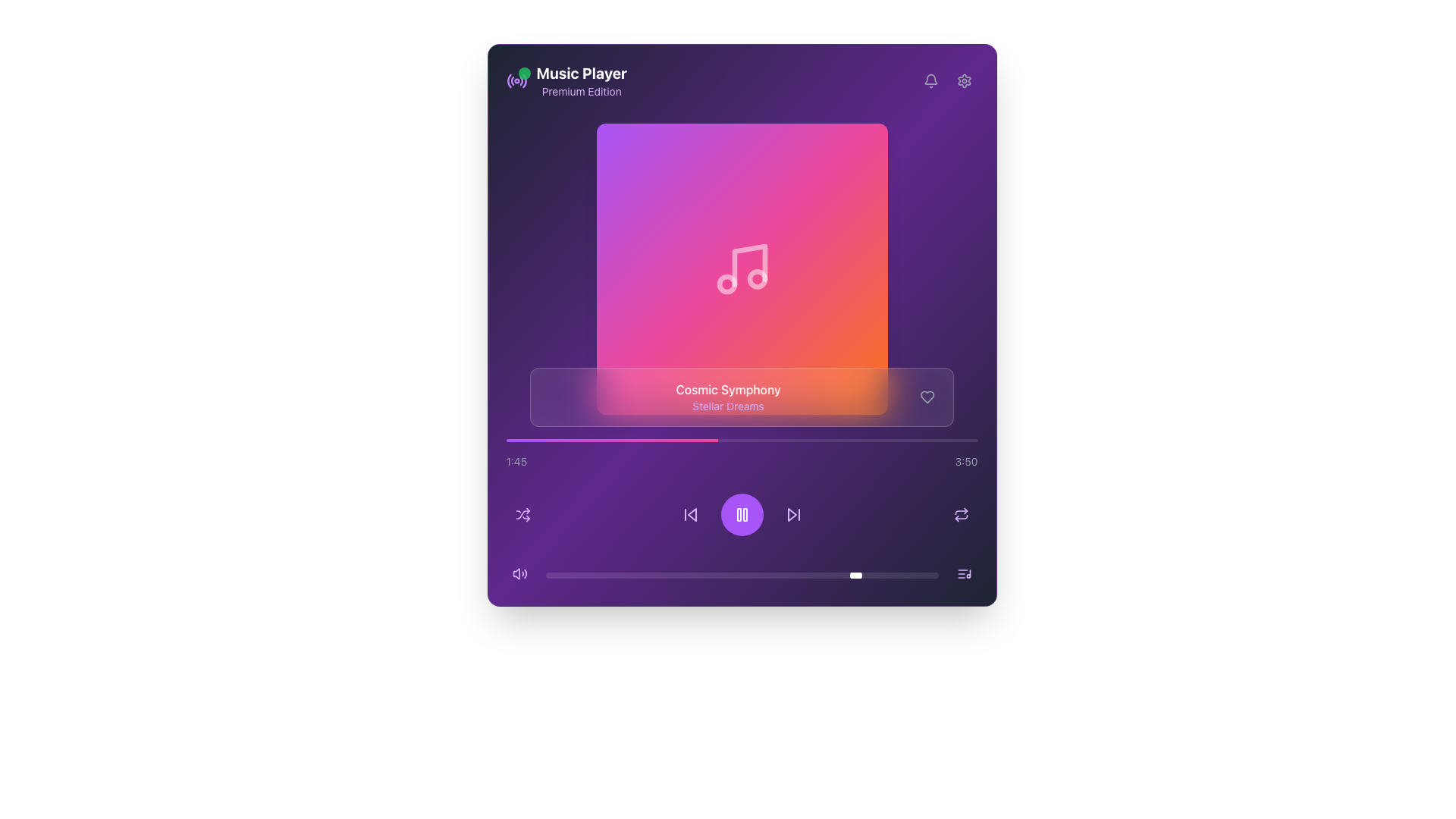 The image size is (1456, 819). I want to click on text label indicating that the displayed music player interface belongs to the 'Premium Edition' version of the software, located directly below the 'Music Player' text, so click(581, 91).